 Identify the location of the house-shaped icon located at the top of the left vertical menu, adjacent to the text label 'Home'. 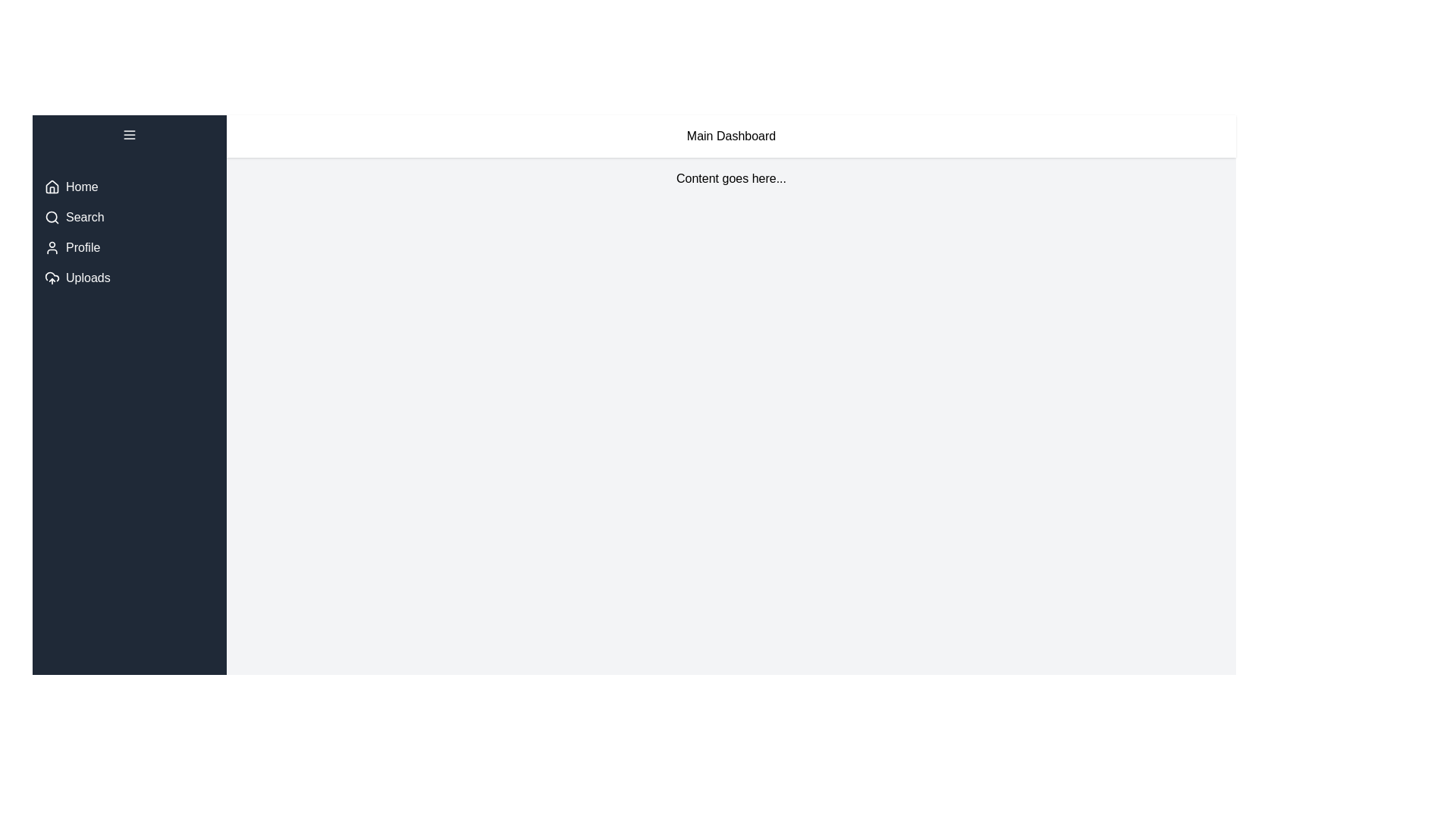
(52, 186).